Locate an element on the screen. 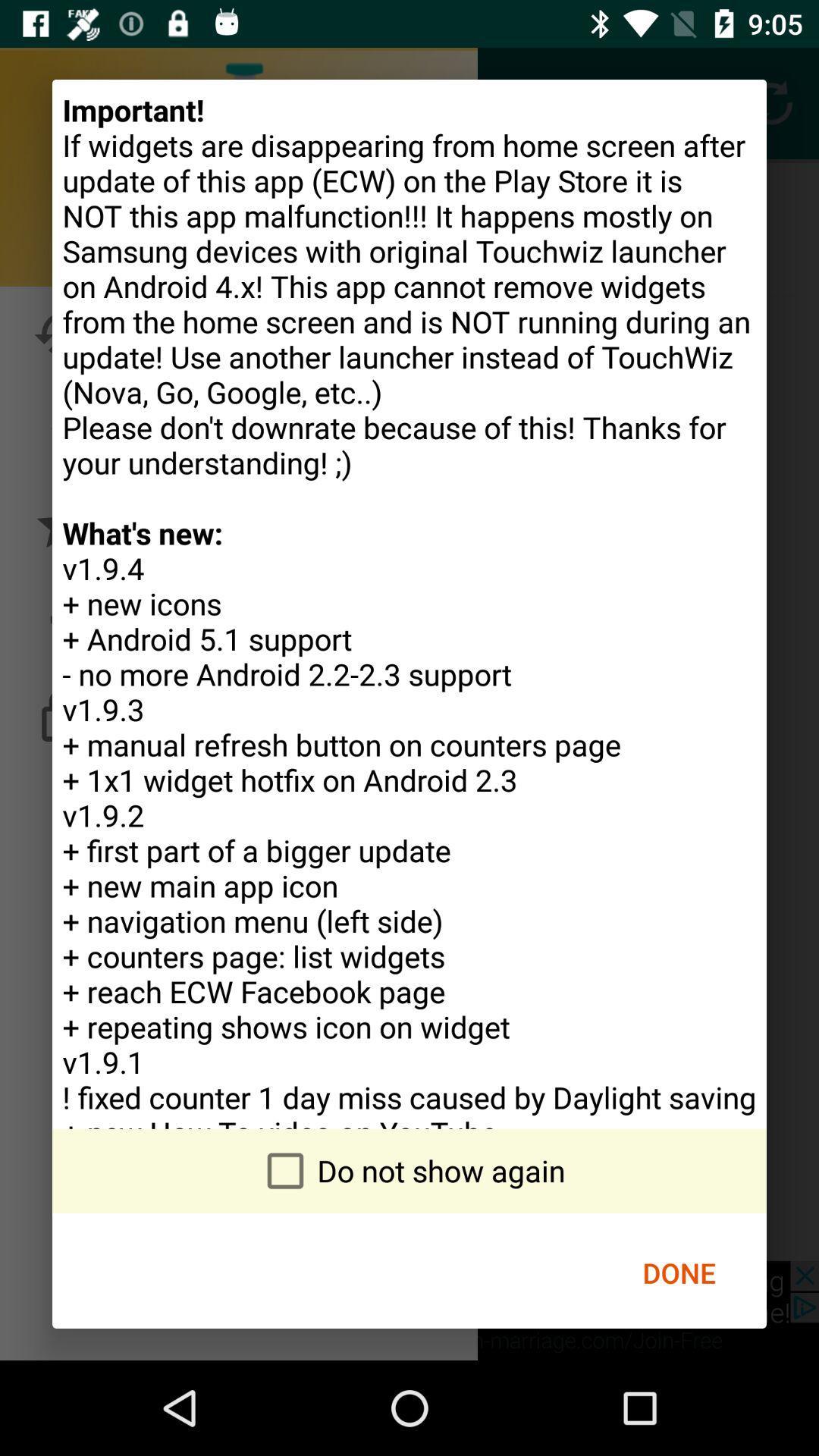 This screenshot has width=819, height=1456. the icon at the bottom is located at coordinates (409, 1170).